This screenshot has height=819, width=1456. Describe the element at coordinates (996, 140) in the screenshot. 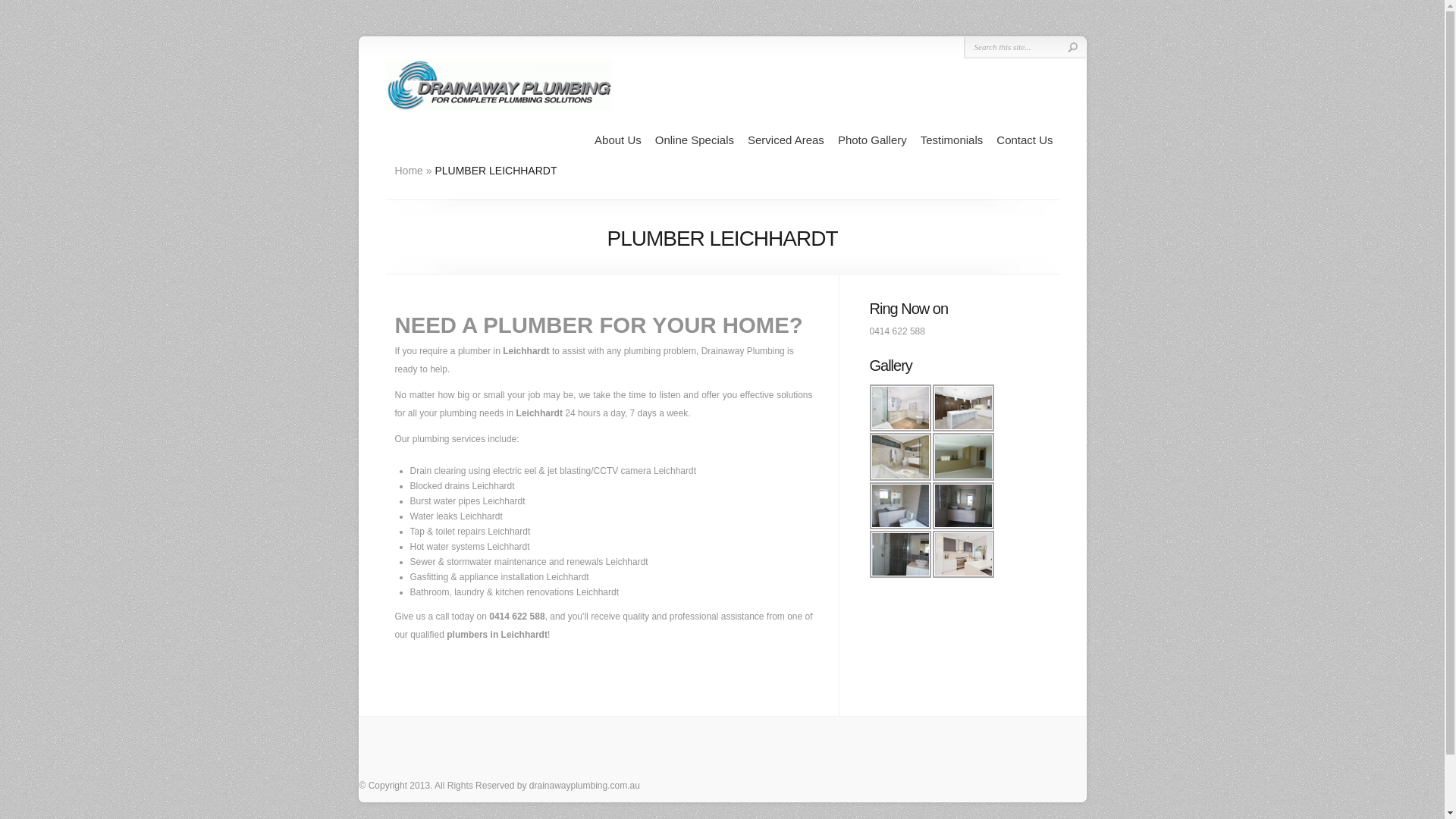

I see `'Contact Us'` at that location.